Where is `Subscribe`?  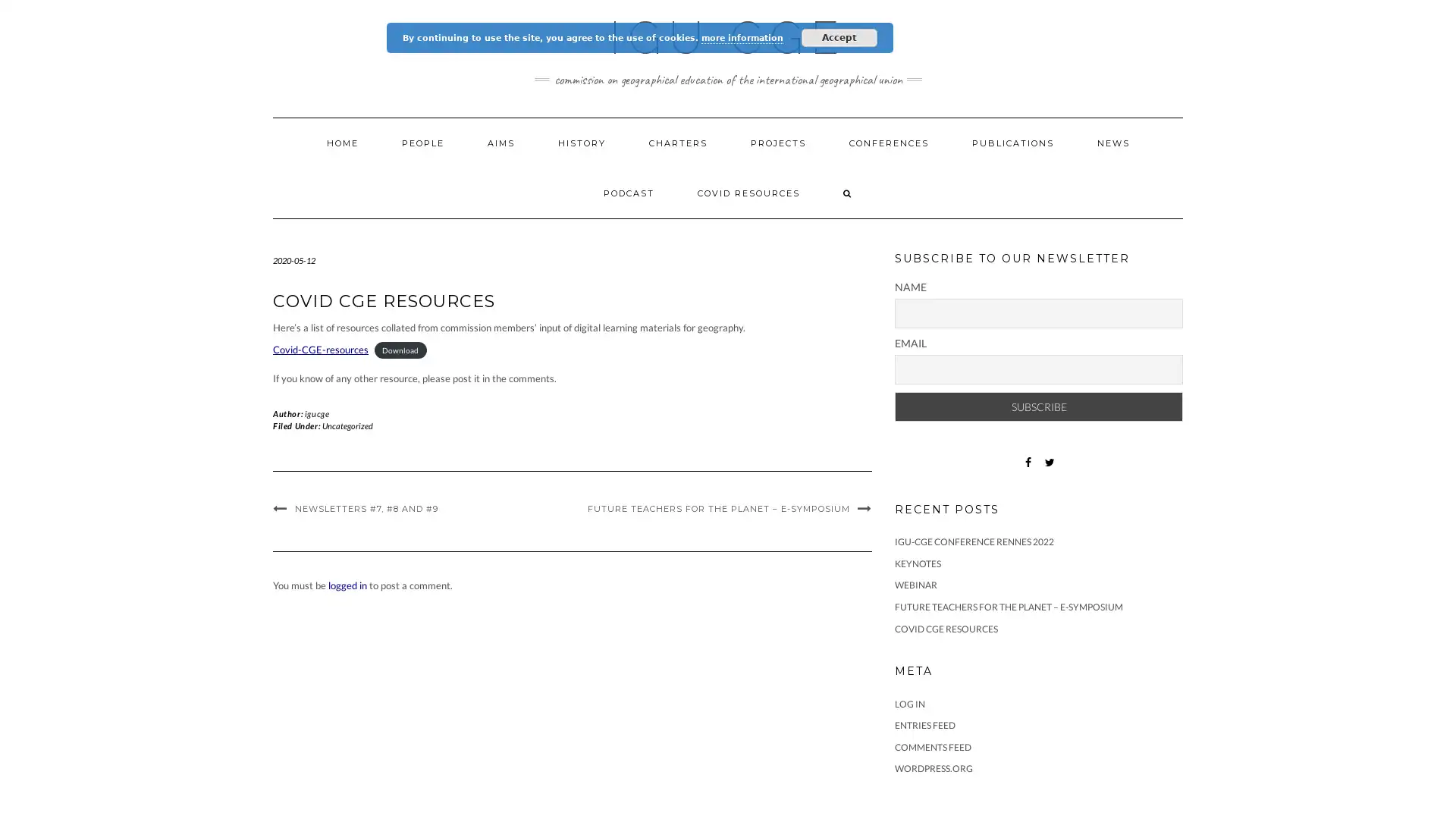 Subscribe is located at coordinates (1037, 406).